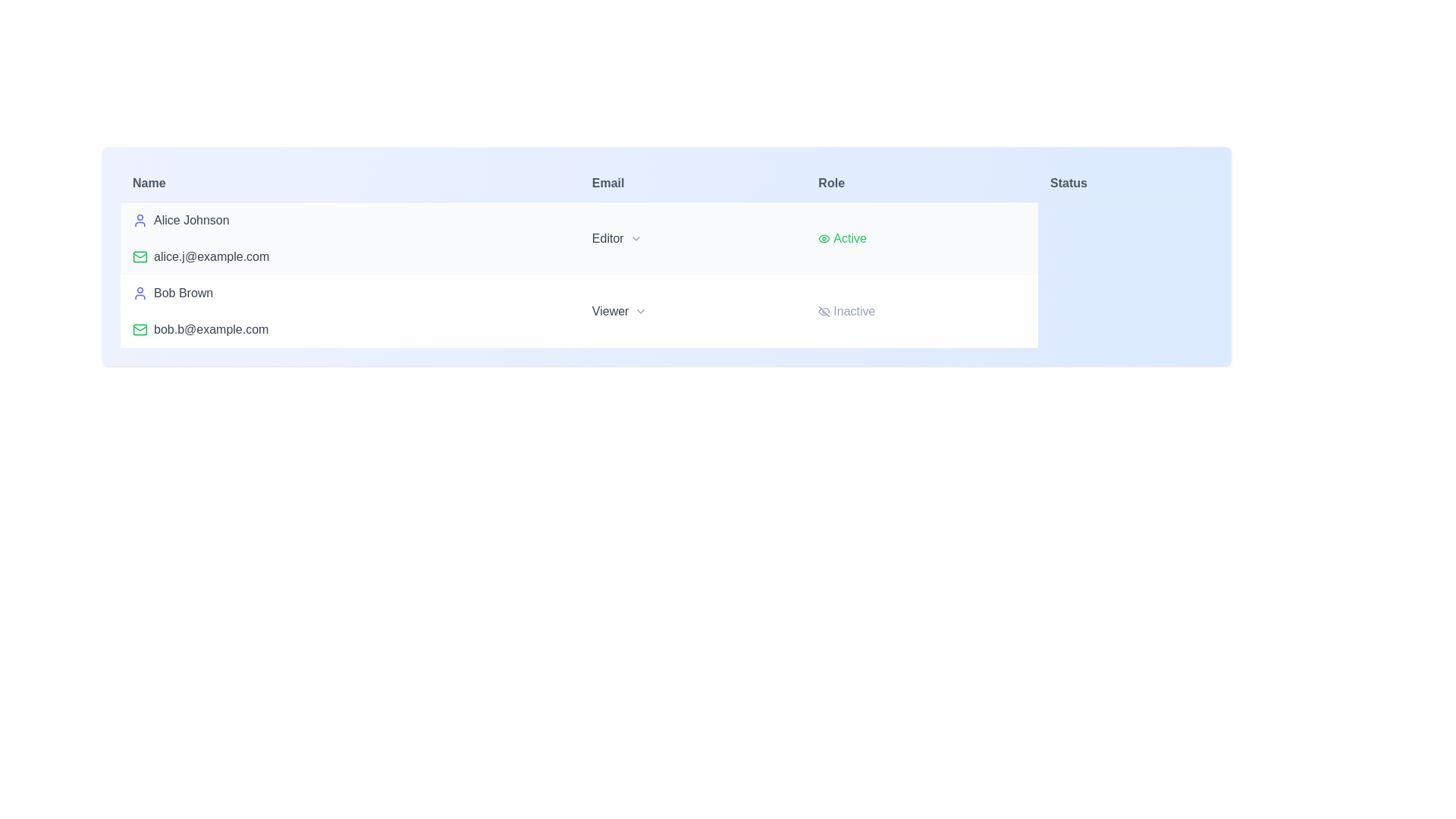 The height and width of the screenshot is (819, 1456). Describe the element at coordinates (921, 311) in the screenshot. I see `the status indicator element in the second row of the table that shows 'Inactive'` at that location.